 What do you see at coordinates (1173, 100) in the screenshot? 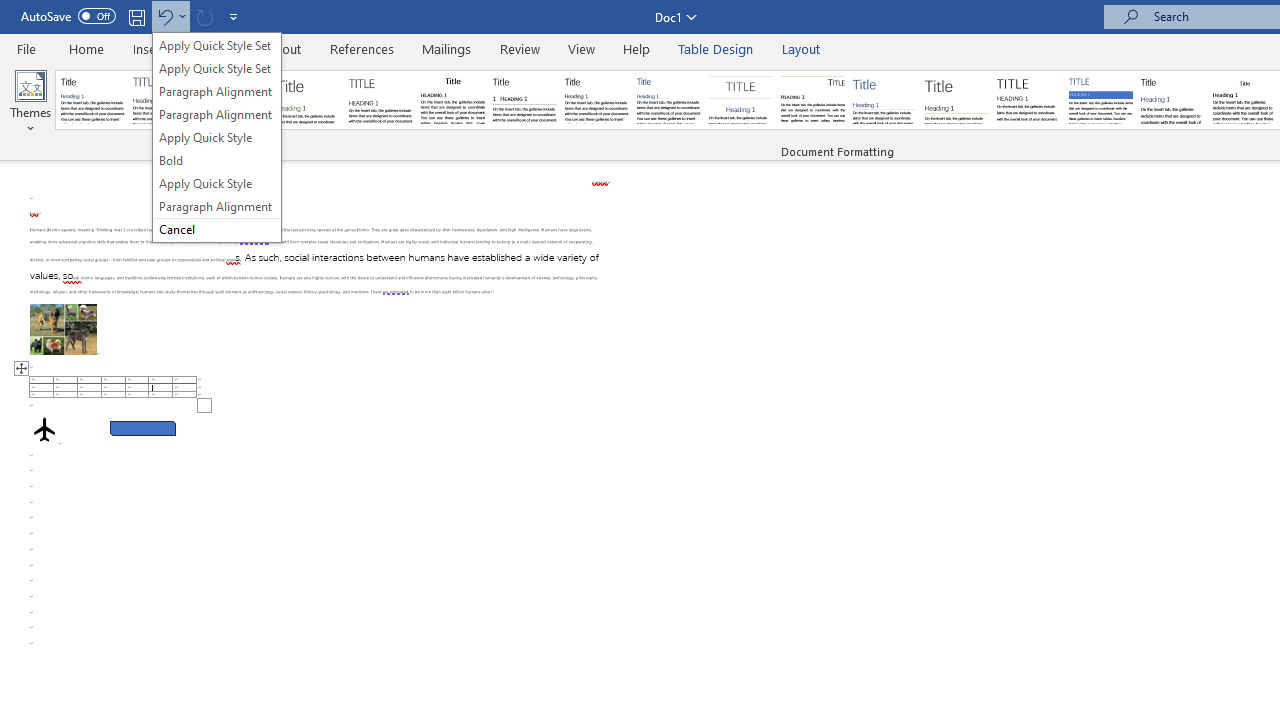
I see `'Word'` at bounding box center [1173, 100].